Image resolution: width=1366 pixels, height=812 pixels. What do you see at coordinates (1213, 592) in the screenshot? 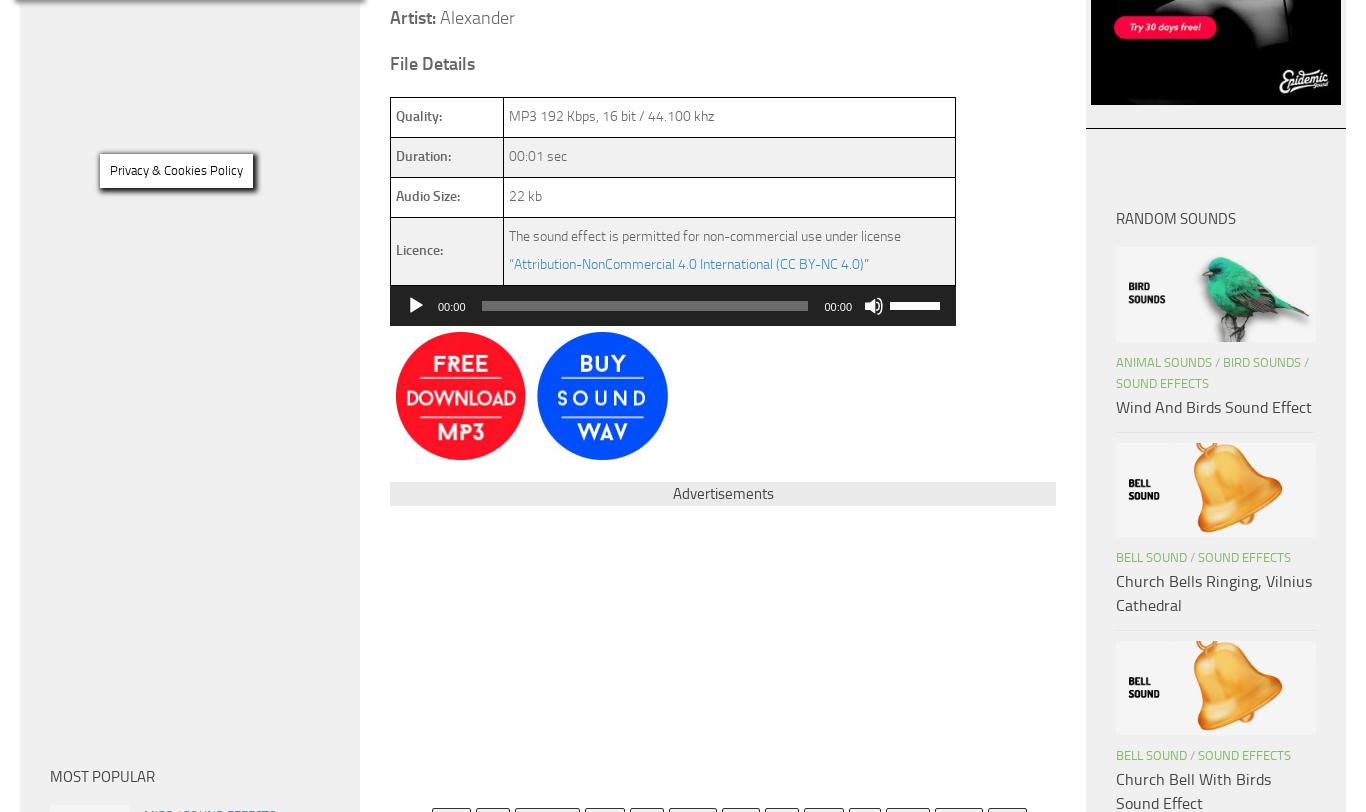
I see `'Church Bells Ringing, Vilnius Cathedral'` at bounding box center [1213, 592].